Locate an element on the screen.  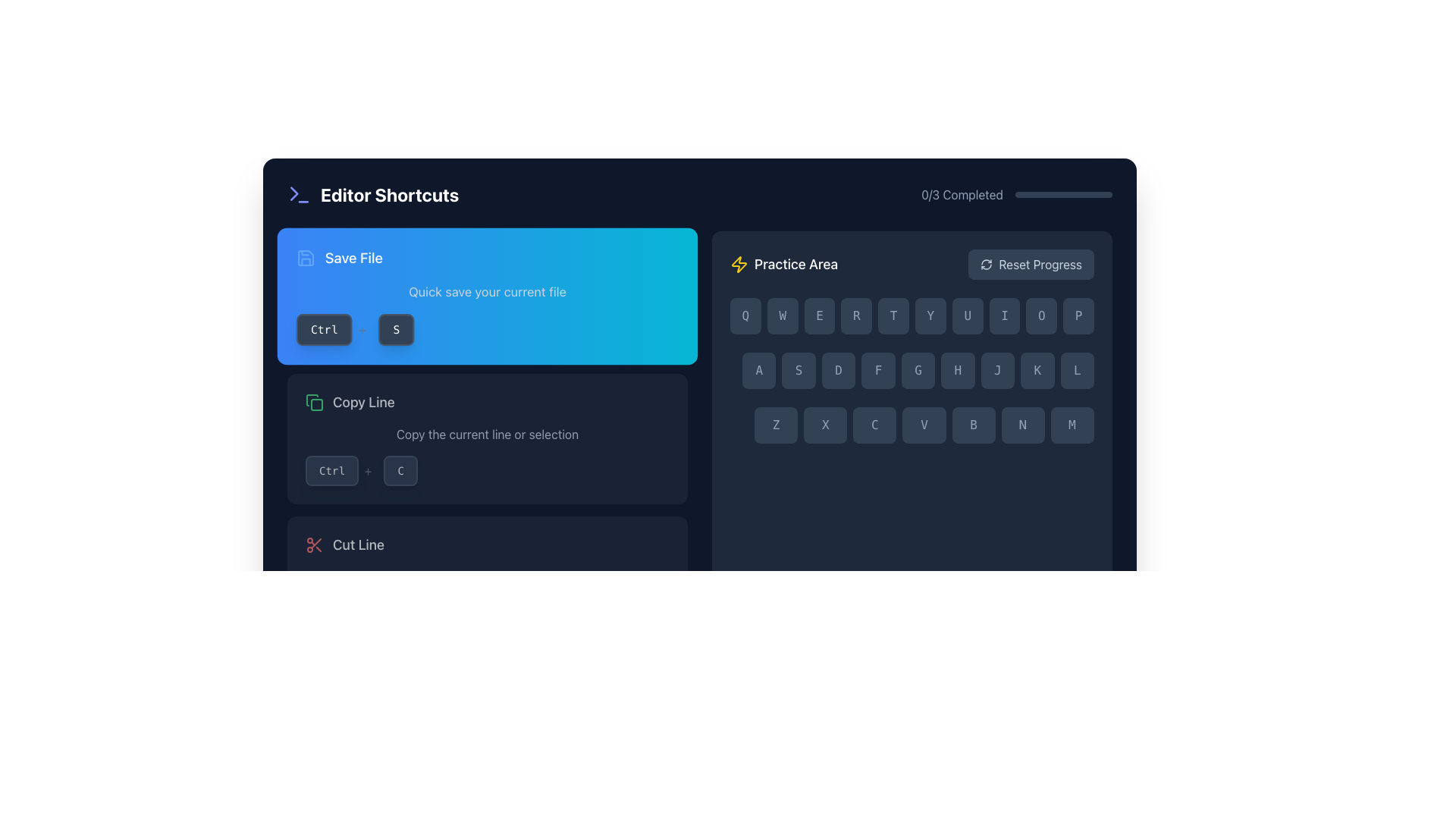
the rectangular button with a rounded border and dark background, labeled 'U', located in the 'Practice Area' keyboard layout is located at coordinates (967, 315).